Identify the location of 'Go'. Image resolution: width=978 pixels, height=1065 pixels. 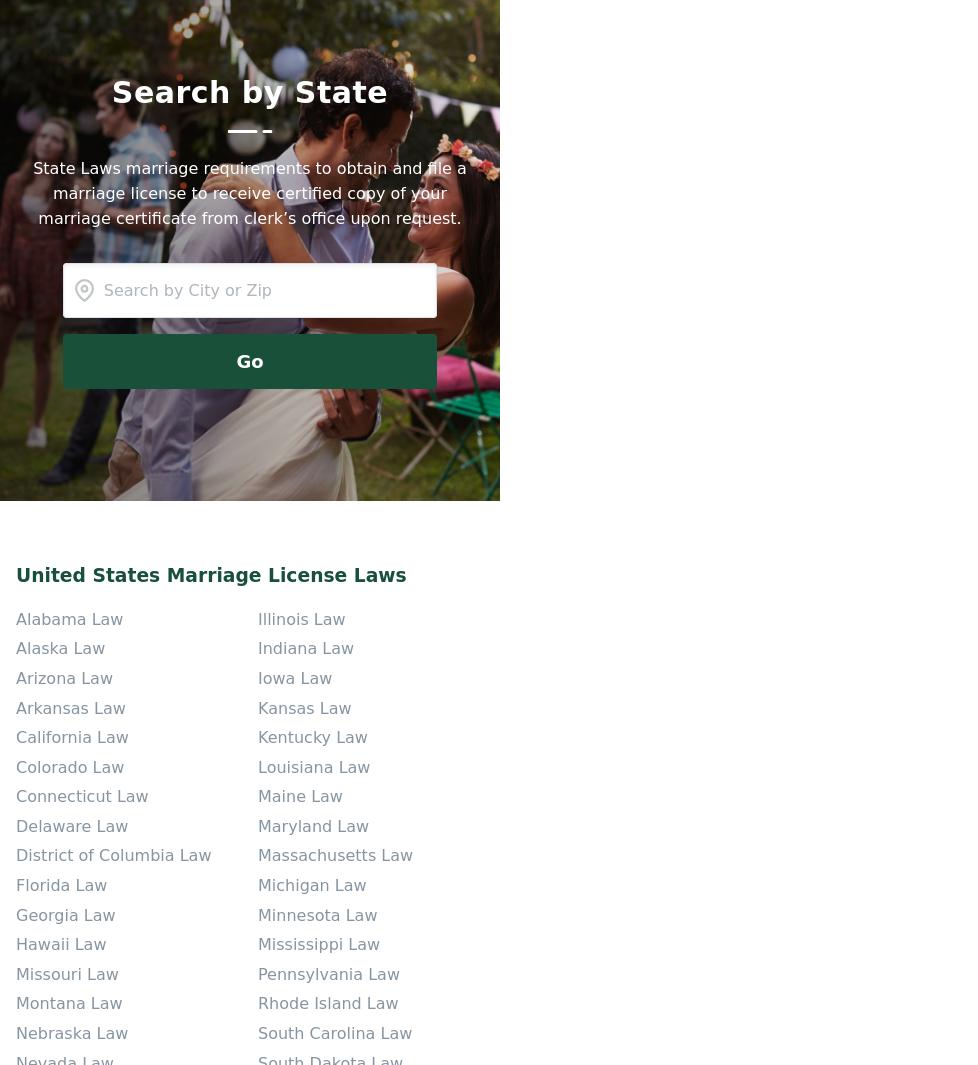
(235, 359).